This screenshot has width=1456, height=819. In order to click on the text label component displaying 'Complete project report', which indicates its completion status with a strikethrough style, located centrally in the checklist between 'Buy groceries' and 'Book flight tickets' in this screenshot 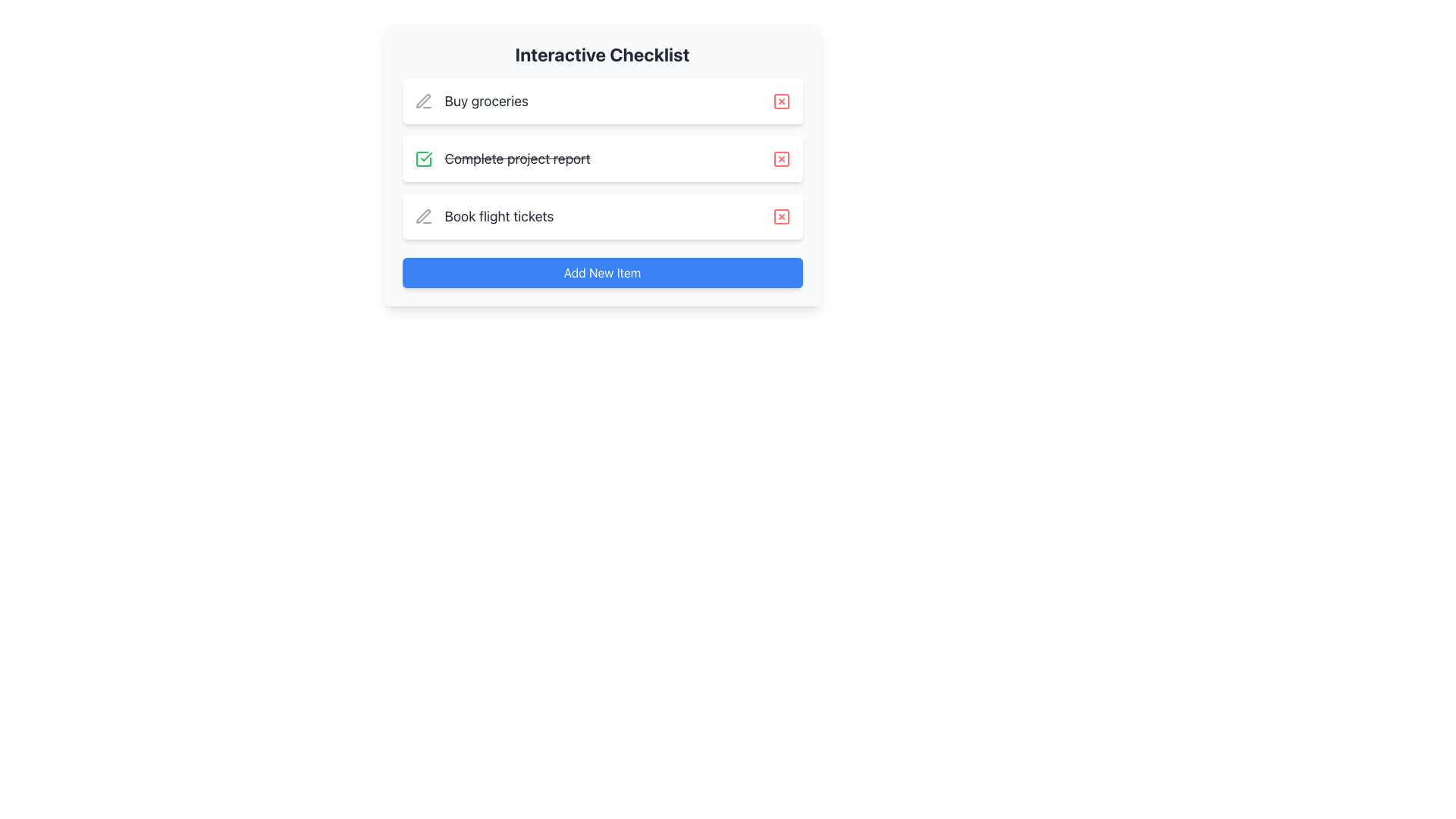, I will do `click(502, 158)`.